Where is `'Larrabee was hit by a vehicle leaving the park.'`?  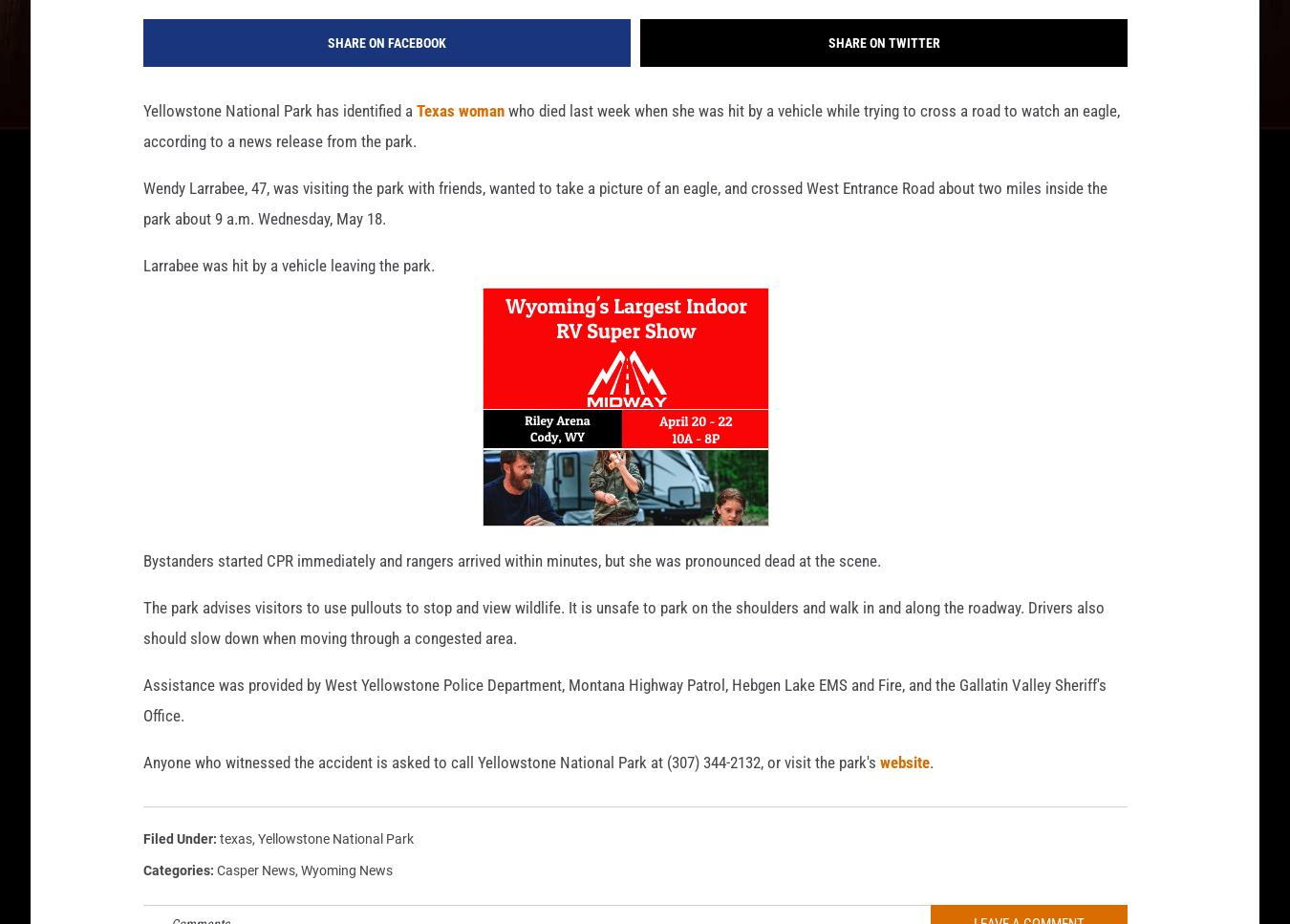
'Larrabee was hit by a vehicle leaving the park.' is located at coordinates (288, 296).